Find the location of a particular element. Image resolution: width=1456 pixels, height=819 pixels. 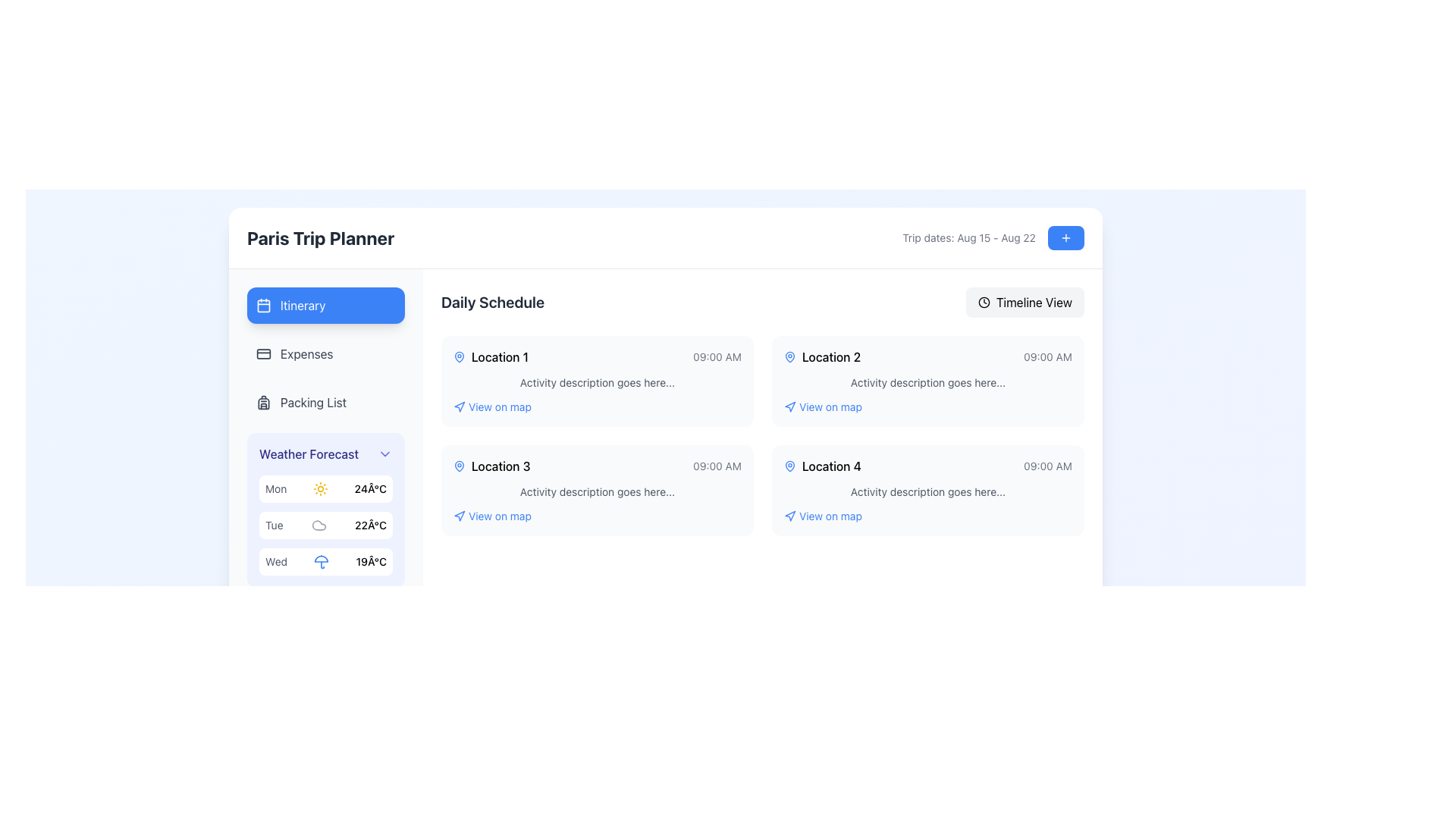

the information display element that provides details about a specific event or location in the itinerary, located at the top-left corner of the daily schedule grid is located at coordinates (596, 356).